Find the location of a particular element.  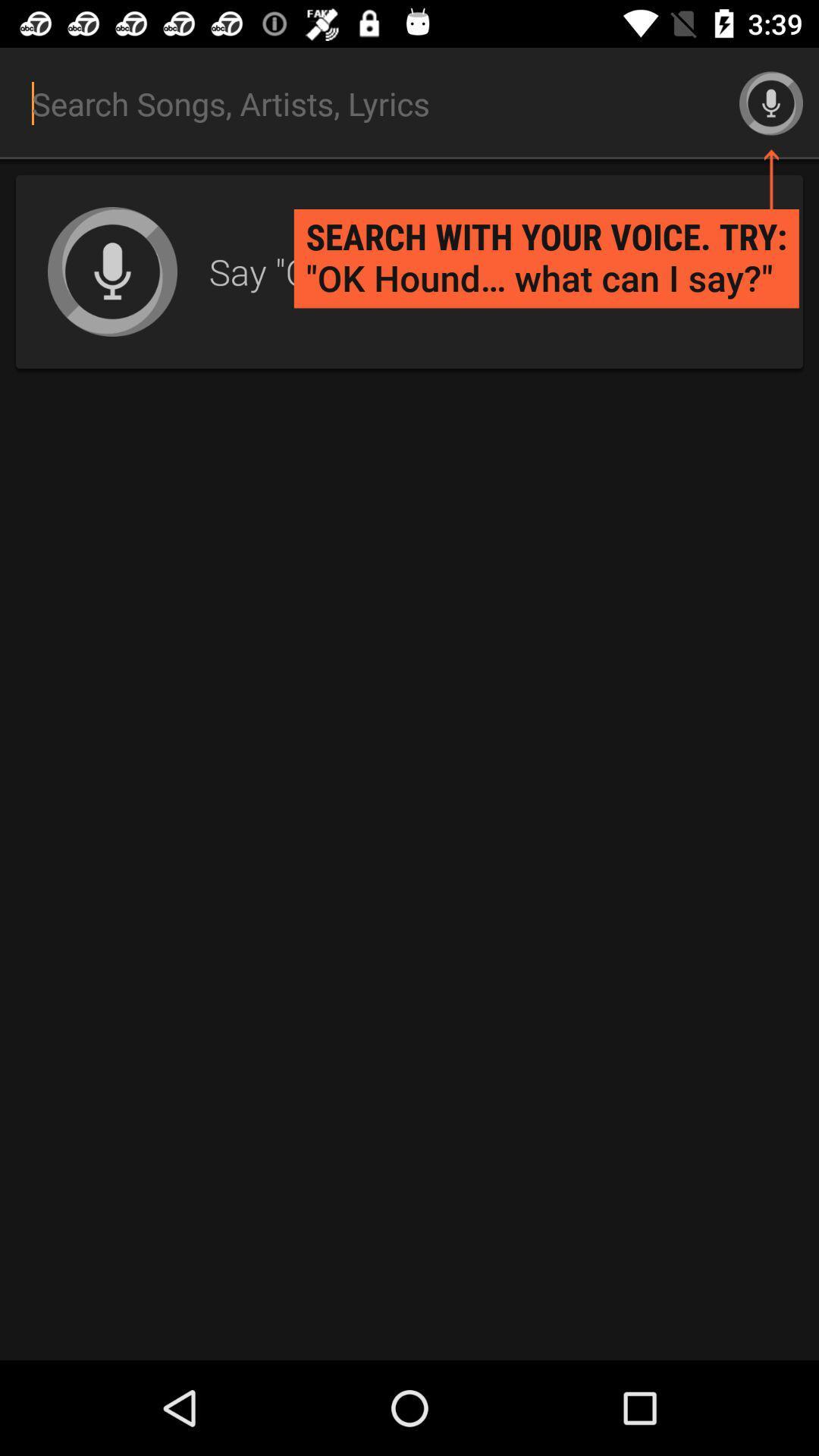

the microphone icon is located at coordinates (771, 102).